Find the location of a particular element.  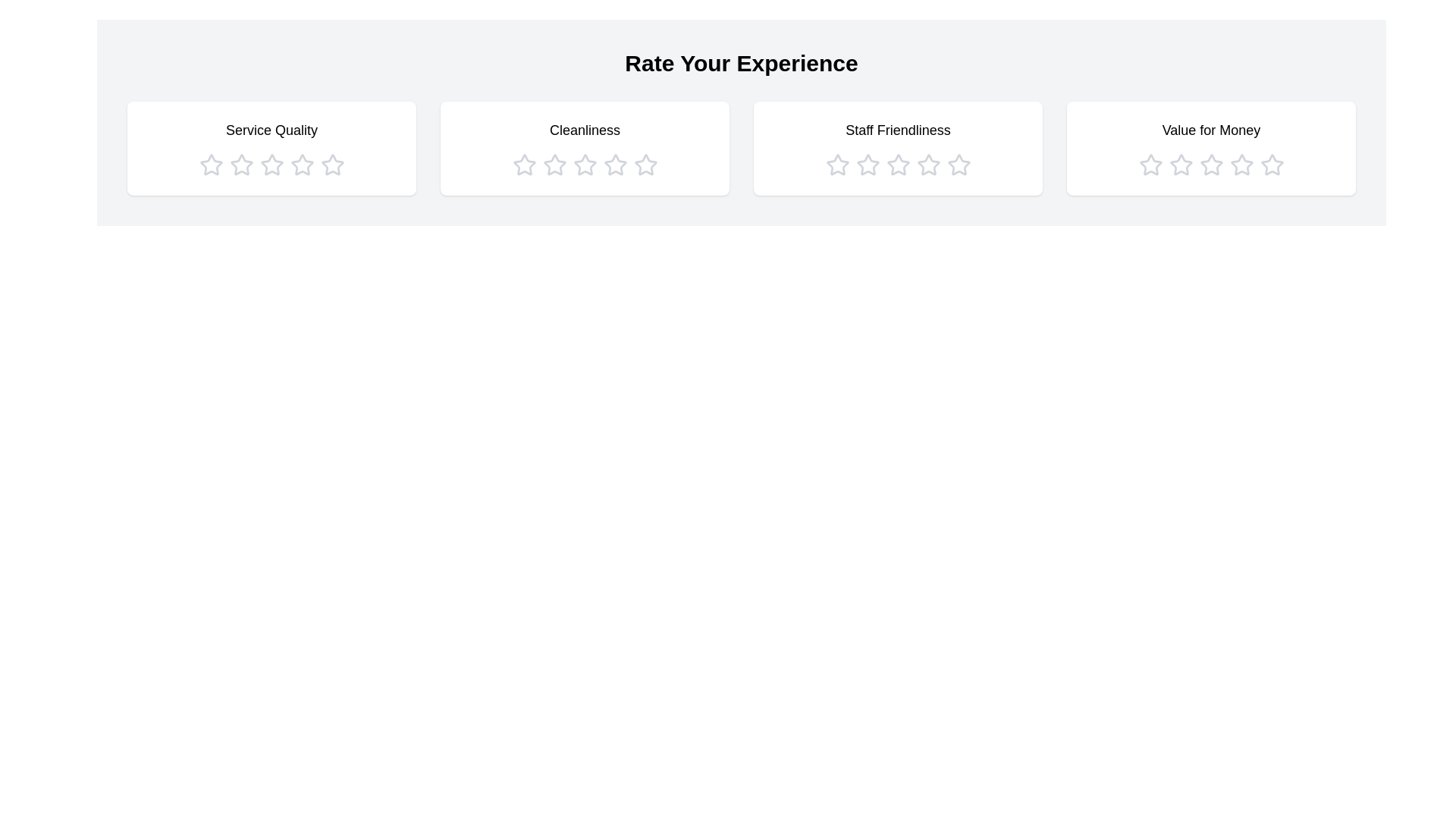

the star icon corresponding to 3 stars in the category Staff Friendliness is located at coordinates (898, 165).